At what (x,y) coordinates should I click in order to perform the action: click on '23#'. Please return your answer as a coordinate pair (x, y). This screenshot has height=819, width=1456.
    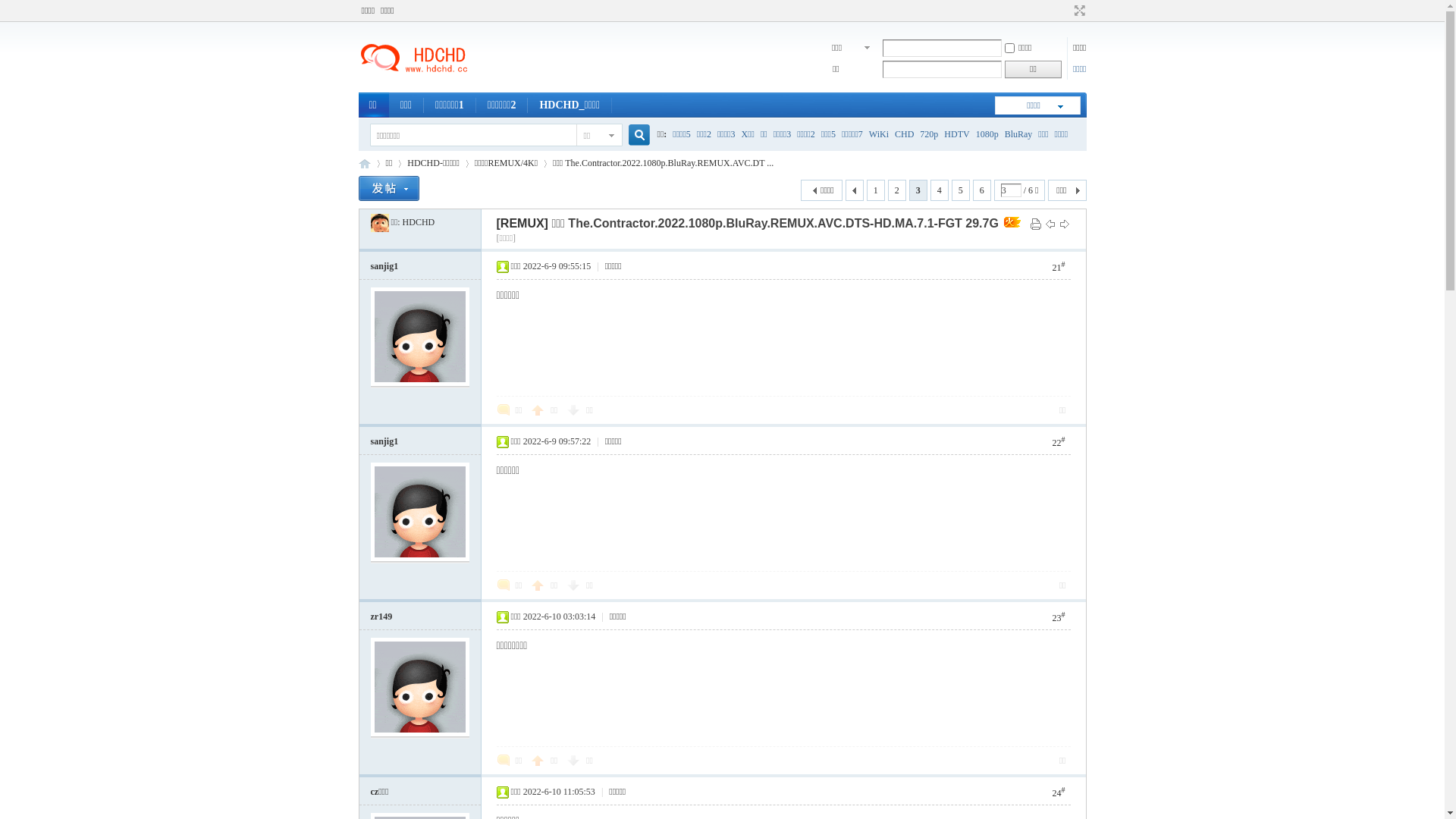
    Looking at the image, I should click on (1057, 617).